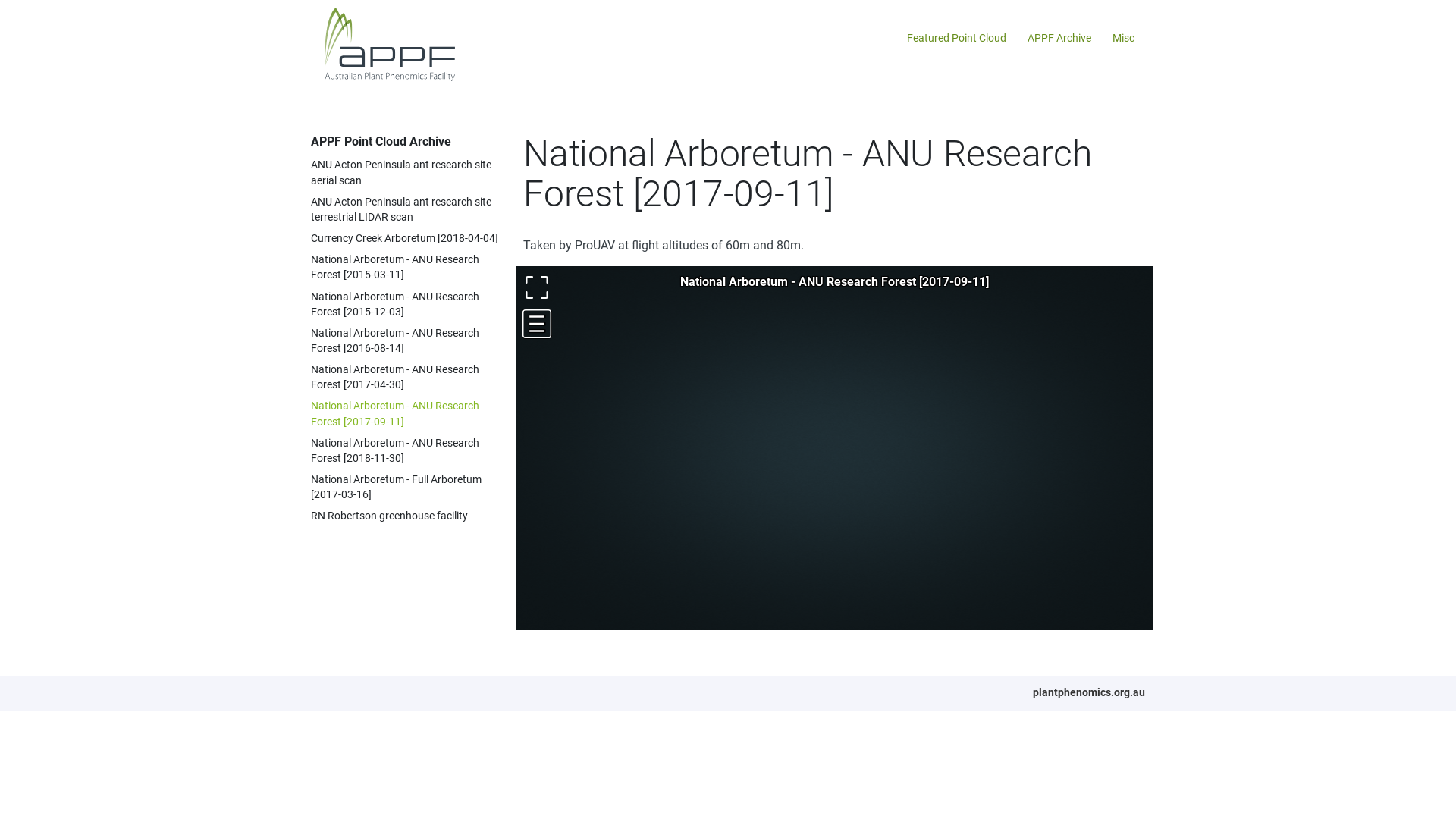 The height and width of the screenshot is (819, 1456). Describe the element at coordinates (309, 376) in the screenshot. I see `'National Arboretum - ANU Research Forest [2017-04-30]'` at that location.